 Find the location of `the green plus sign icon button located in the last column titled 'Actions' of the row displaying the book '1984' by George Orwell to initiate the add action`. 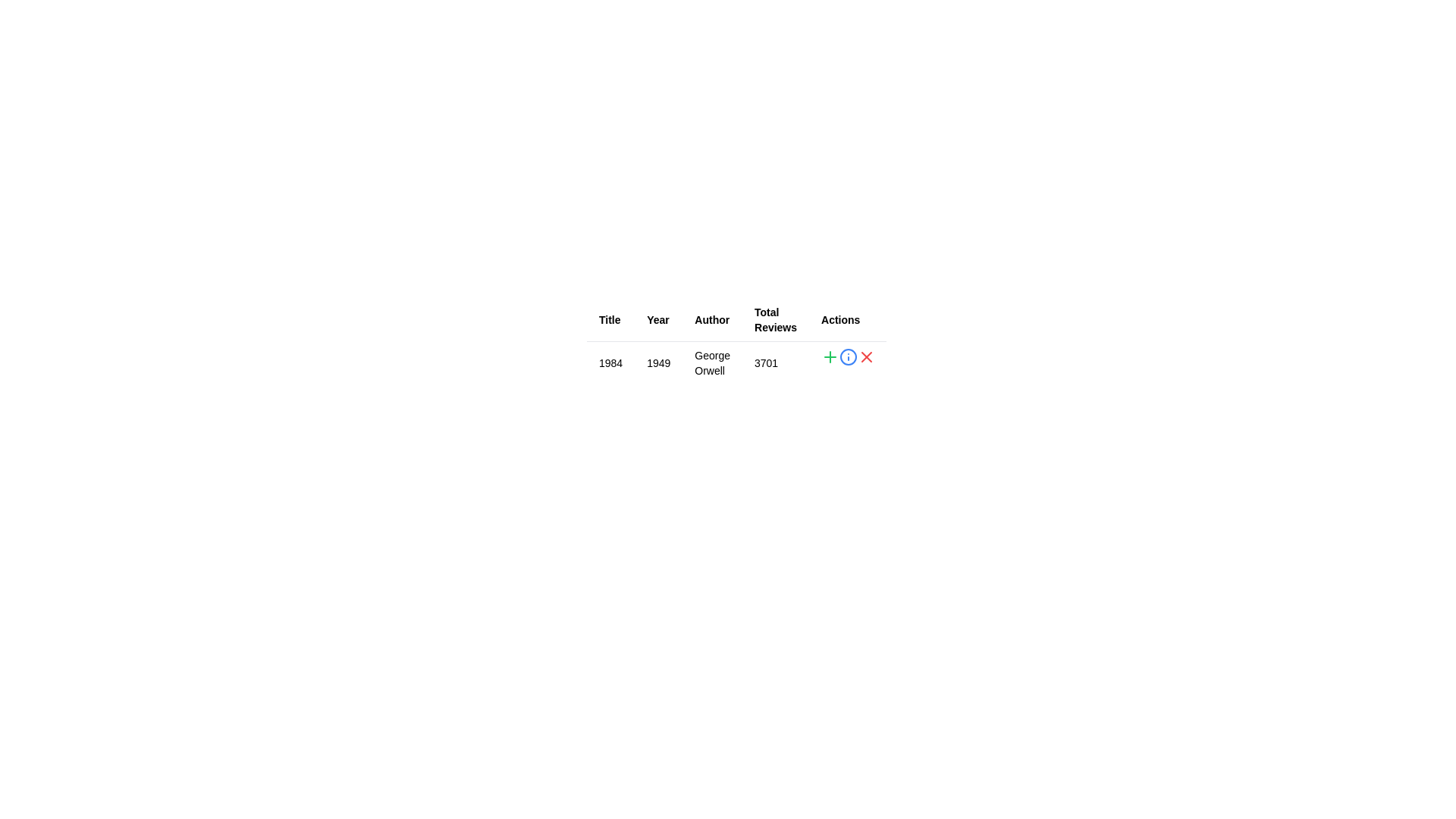

the green plus sign icon button located in the last column titled 'Actions' of the row displaying the book '1984' by George Orwell to initiate the add action is located at coordinates (829, 356).